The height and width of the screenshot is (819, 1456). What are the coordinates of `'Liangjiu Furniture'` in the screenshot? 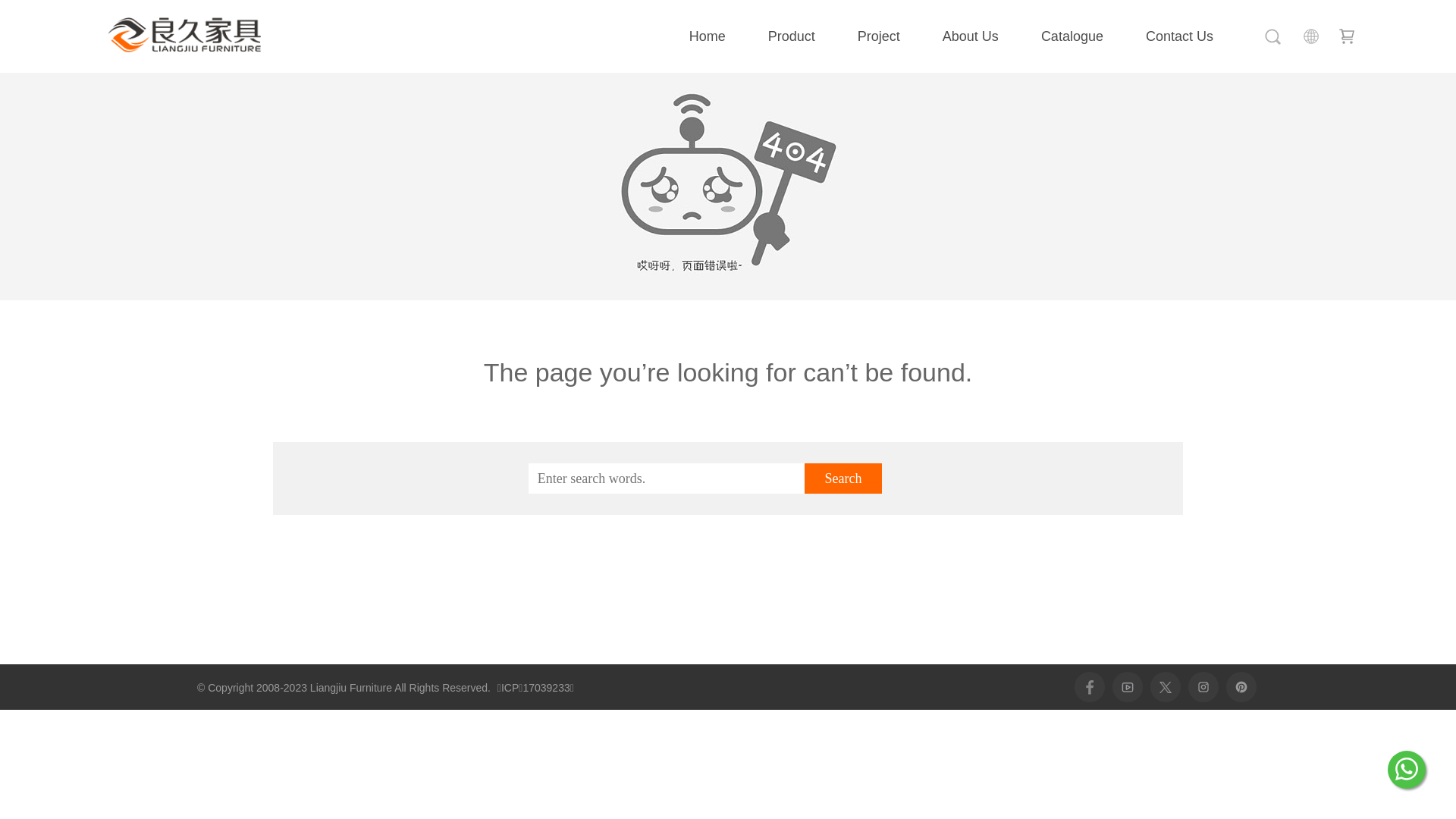 It's located at (184, 34).